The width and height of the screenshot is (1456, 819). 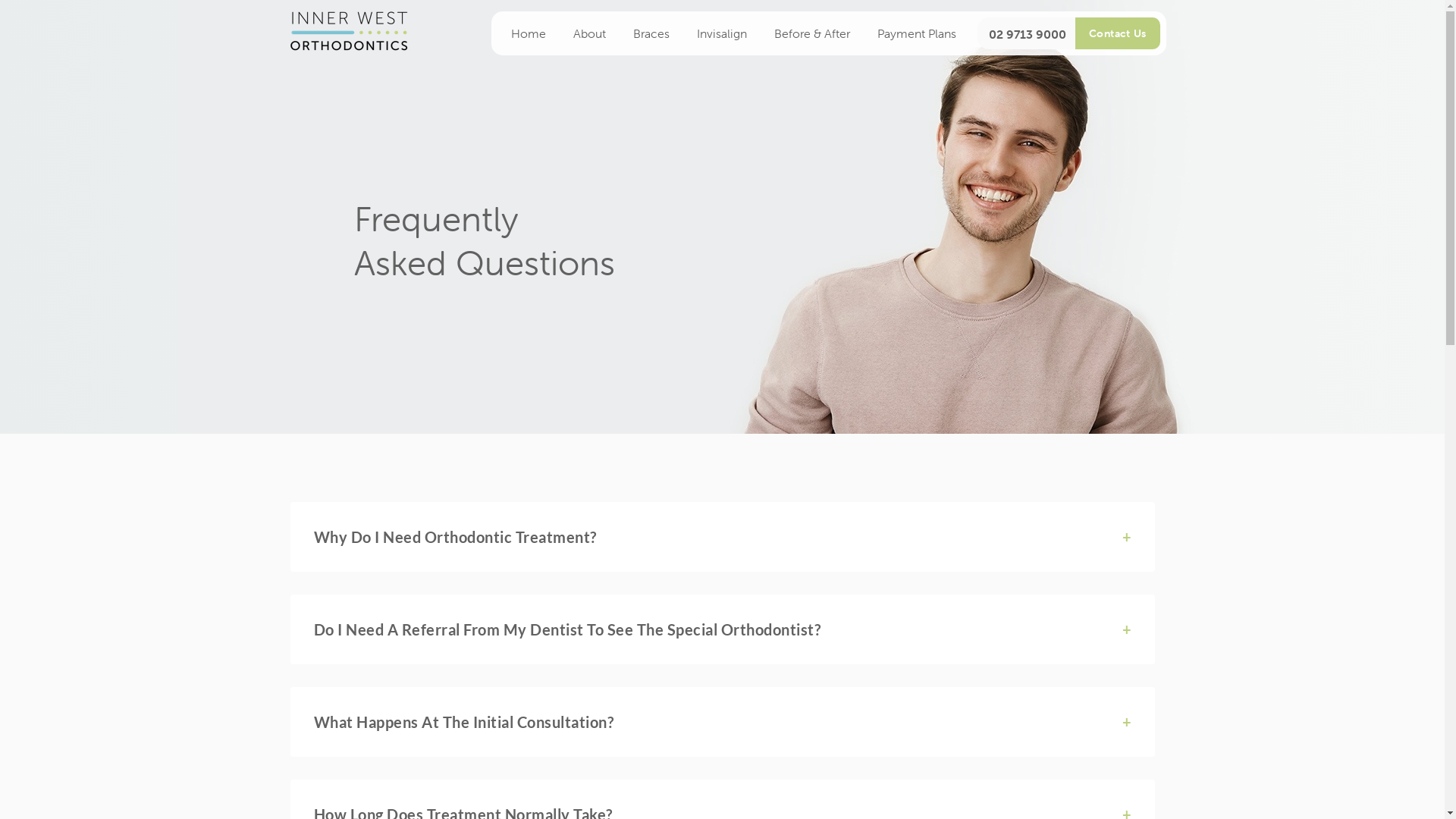 I want to click on 'Contact Us', so click(x=1117, y=33).